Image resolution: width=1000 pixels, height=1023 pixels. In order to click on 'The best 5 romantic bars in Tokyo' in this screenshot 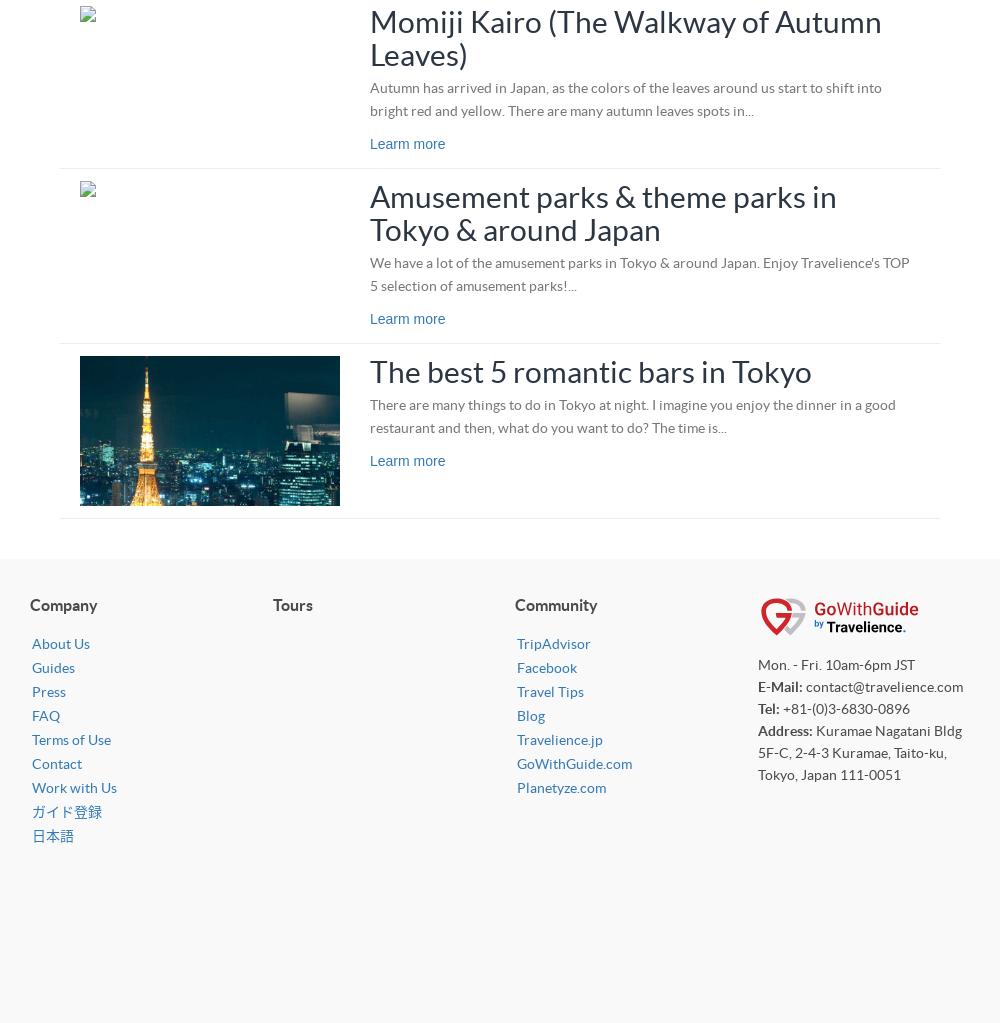, I will do `click(368, 370)`.